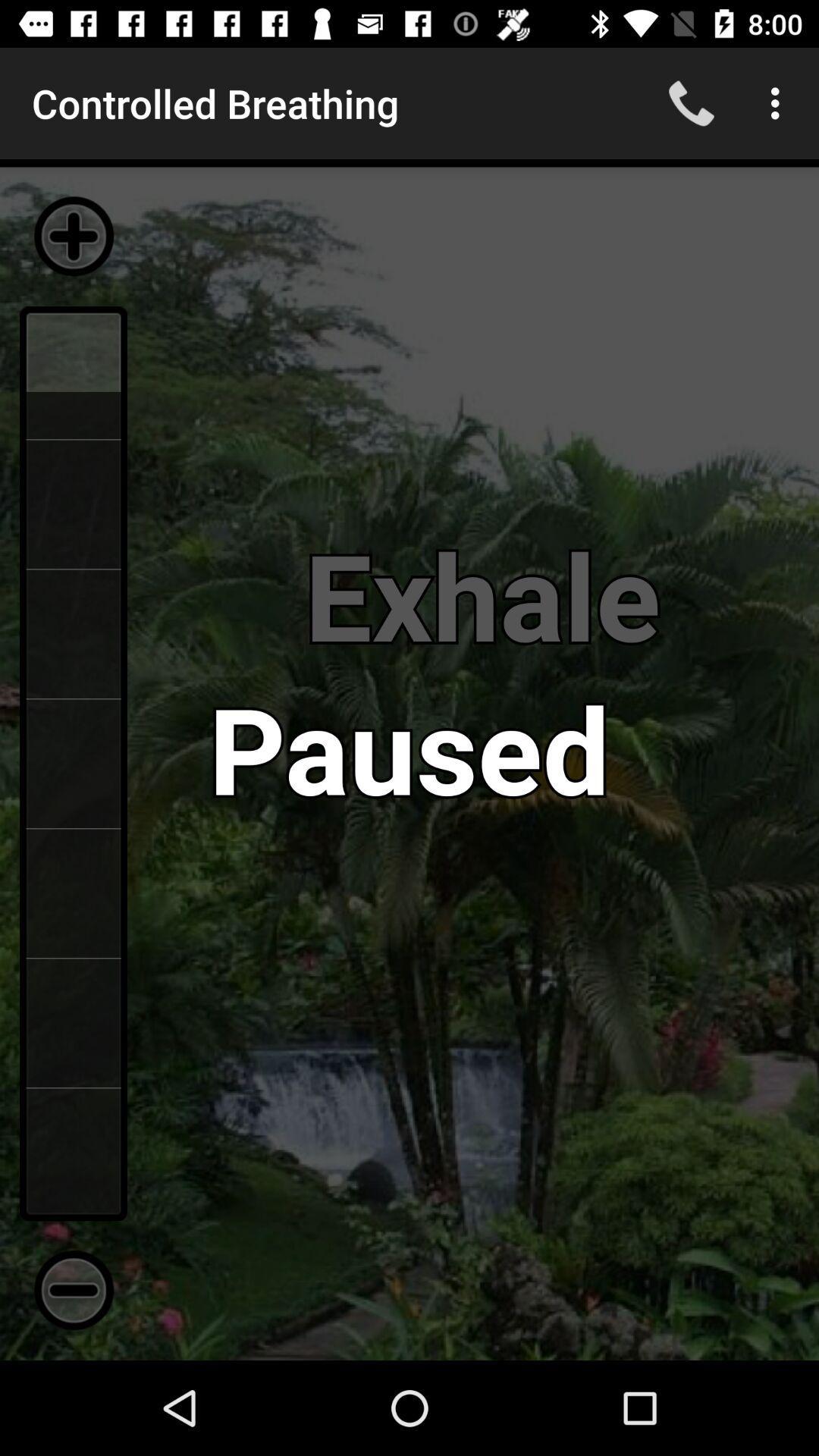  Describe the element at coordinates (74, 1290) in the screenshot. I see `the minus icon` at that location.